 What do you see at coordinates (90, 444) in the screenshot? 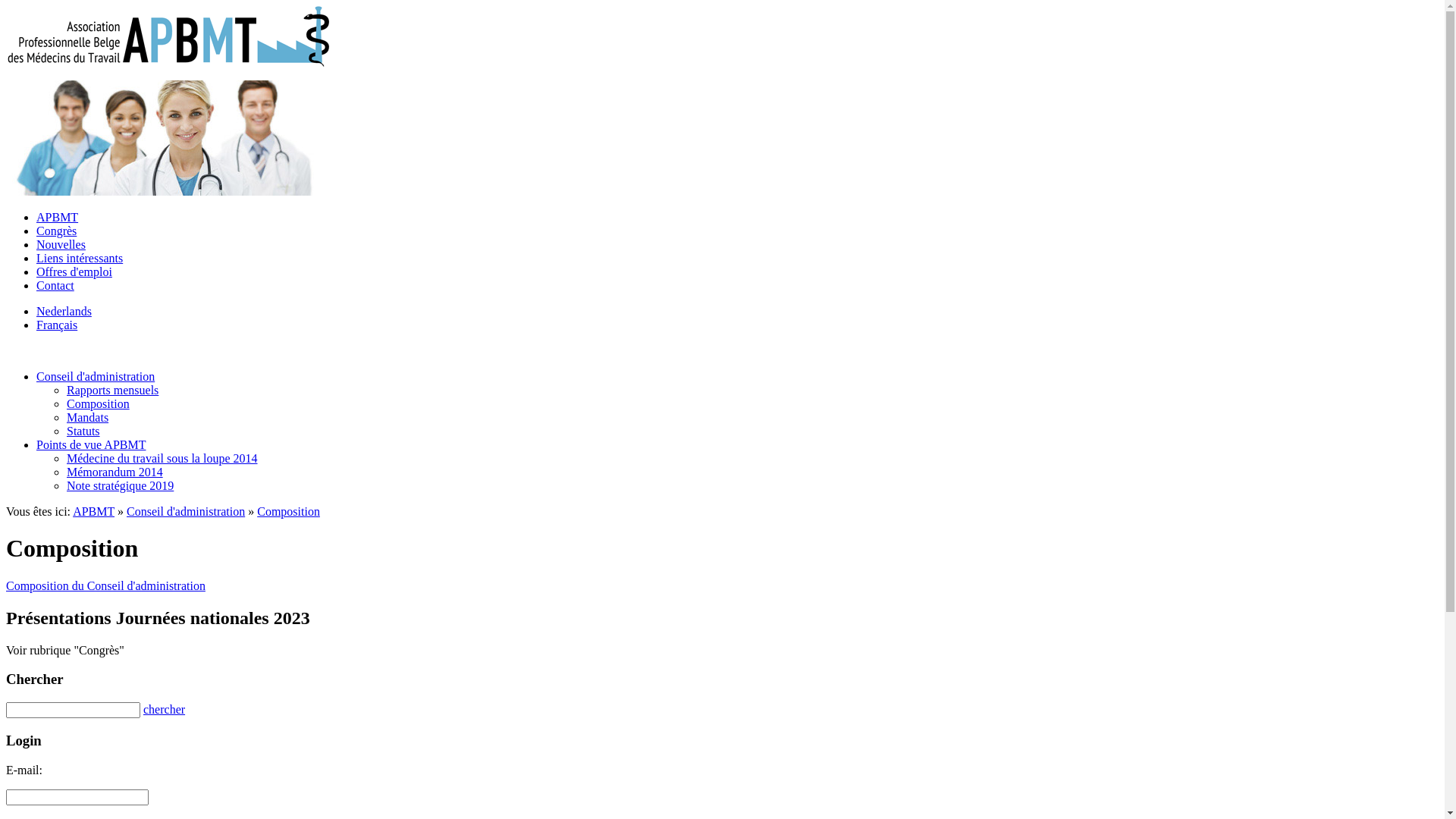
I see `'Points de vue APBMT'` at bounding box center [90, 444].